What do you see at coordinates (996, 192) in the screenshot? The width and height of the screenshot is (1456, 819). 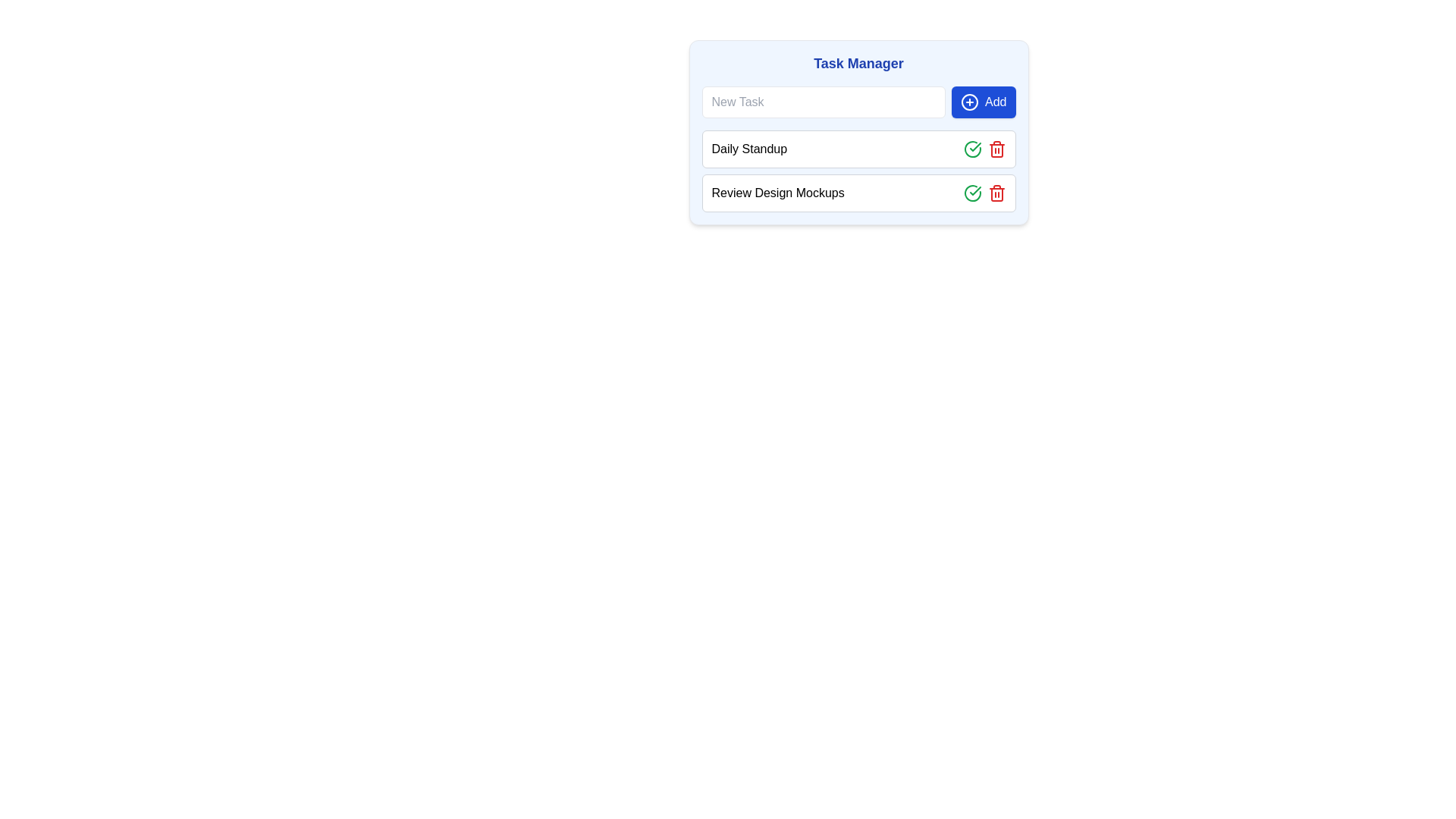 I see `the delete icon, which is the second interactive icon in the second task row` at bounding box center [996, 192].